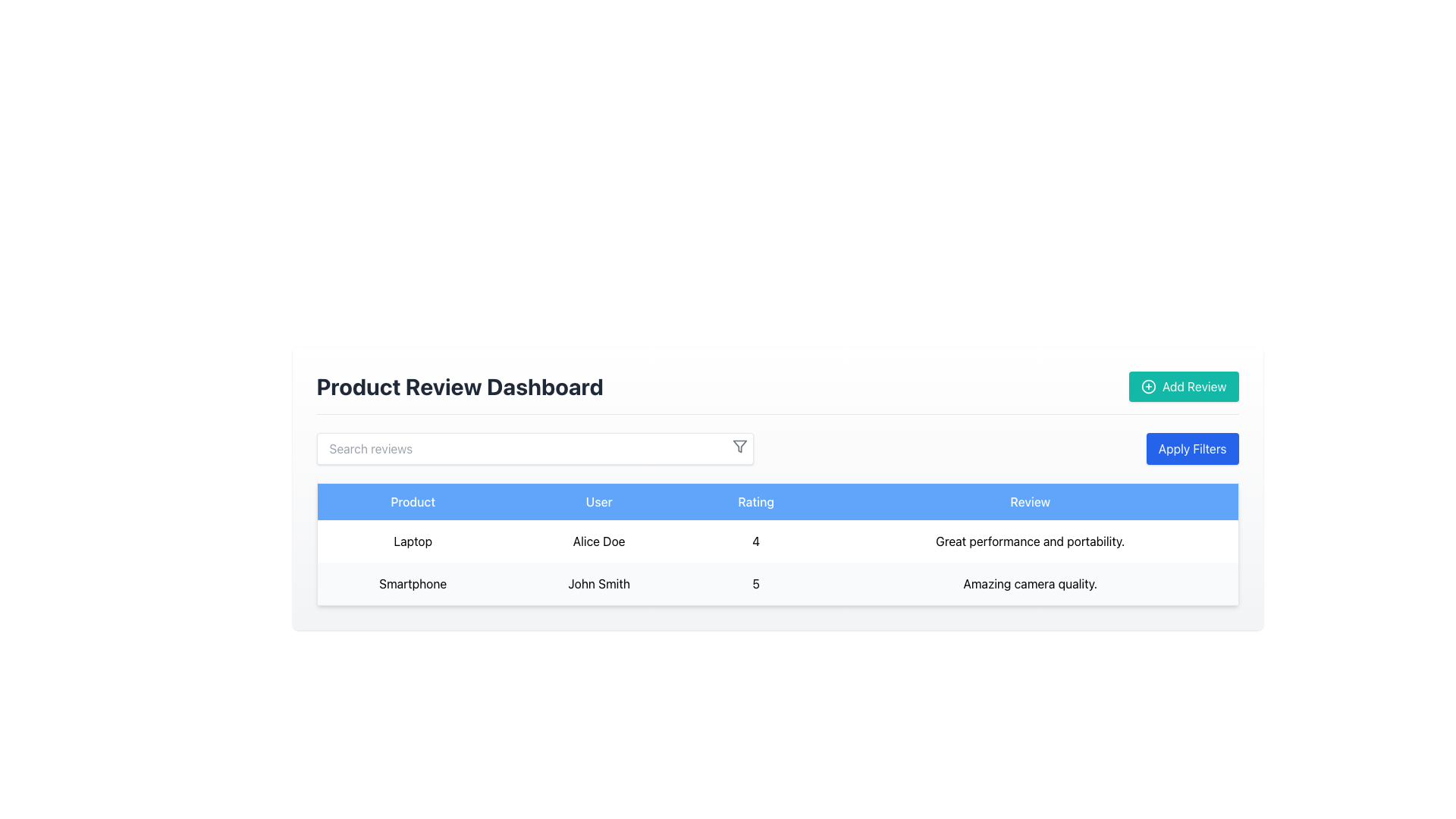 The height and width of the screenshot is (819, 1456). Describe the element at coordinates (598, 501) in the screenshot. I see `the Table Header labeled 'User', which is a blue rectangular section with white bold text, positioned as the second column header in the table` at that location.